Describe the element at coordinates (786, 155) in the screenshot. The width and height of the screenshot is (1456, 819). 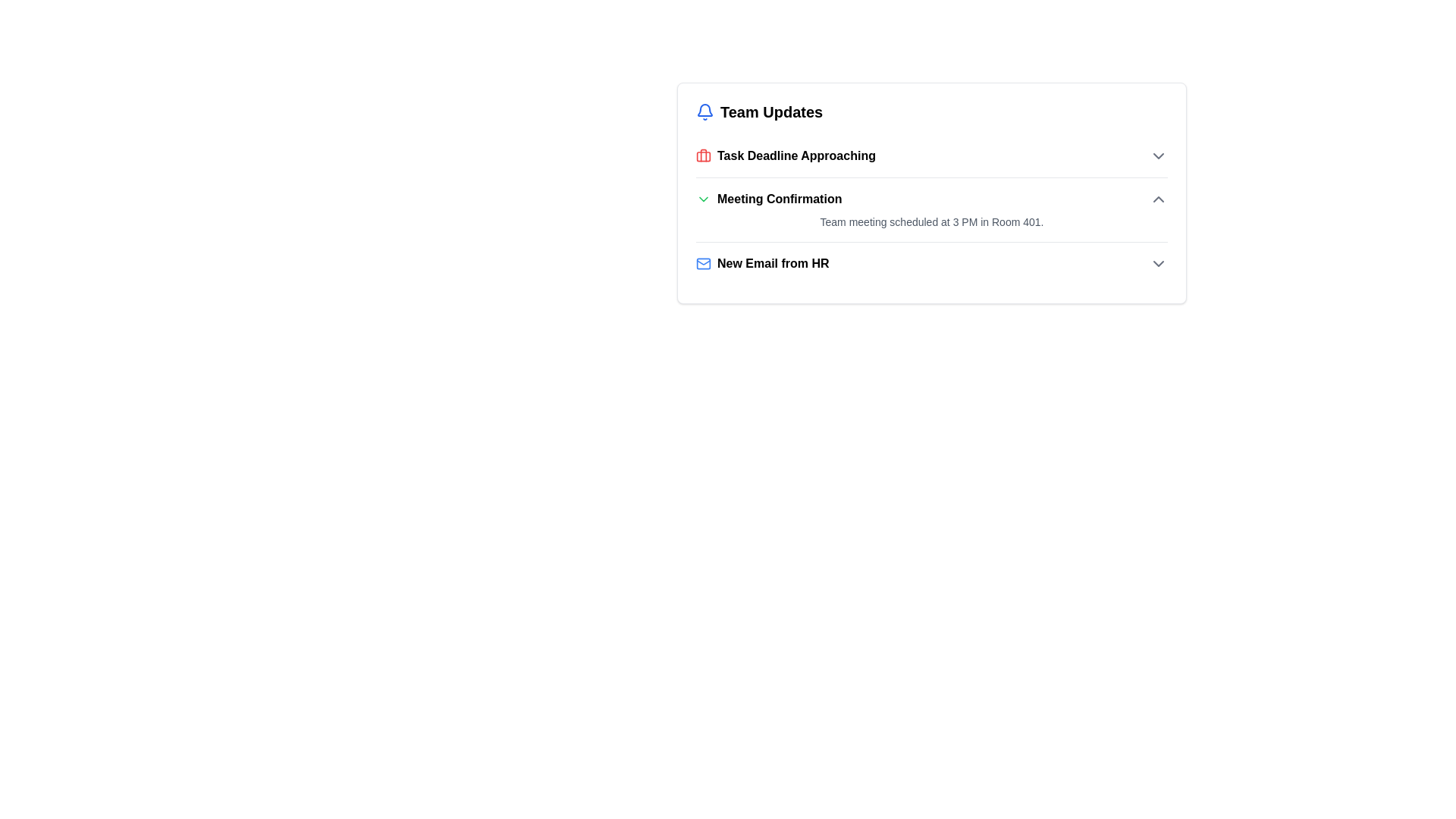
I see `the Notification item that features a red briefcase icon and the text 'Task Deadline Approaching'` at that location.